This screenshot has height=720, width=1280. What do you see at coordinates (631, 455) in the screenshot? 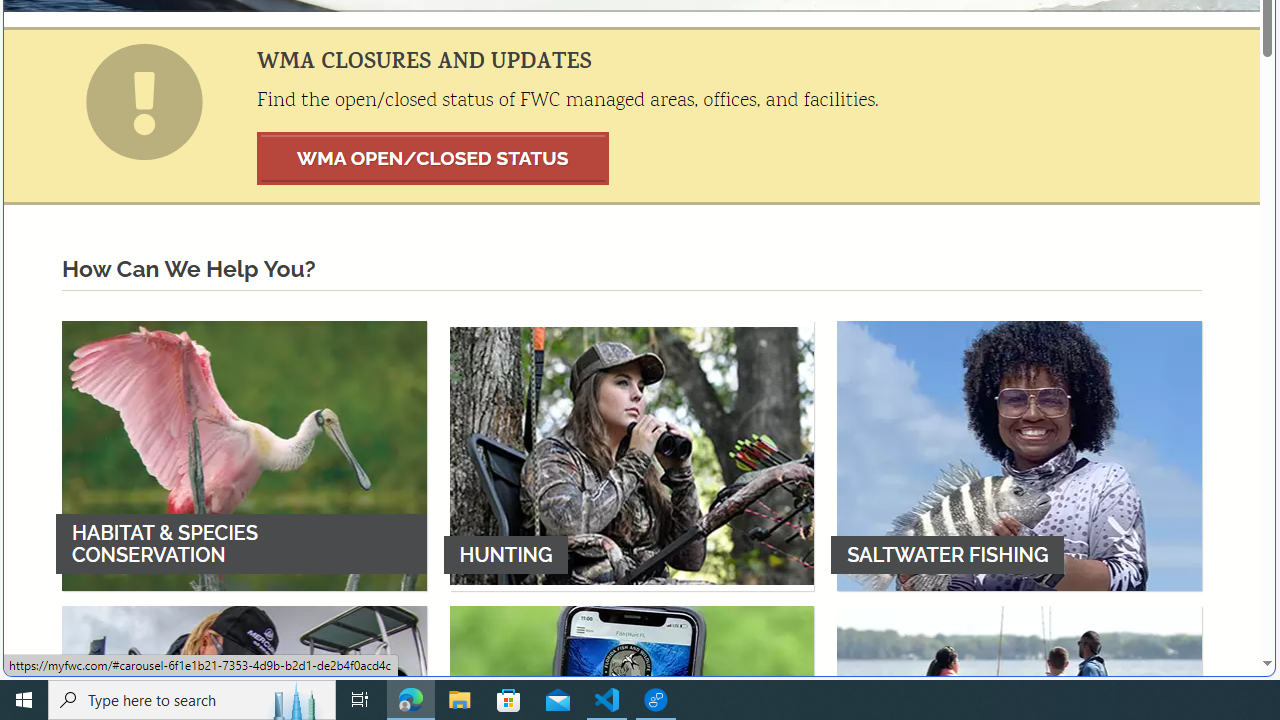
I see `'HUNTING'` at bounding box center [631, 455].